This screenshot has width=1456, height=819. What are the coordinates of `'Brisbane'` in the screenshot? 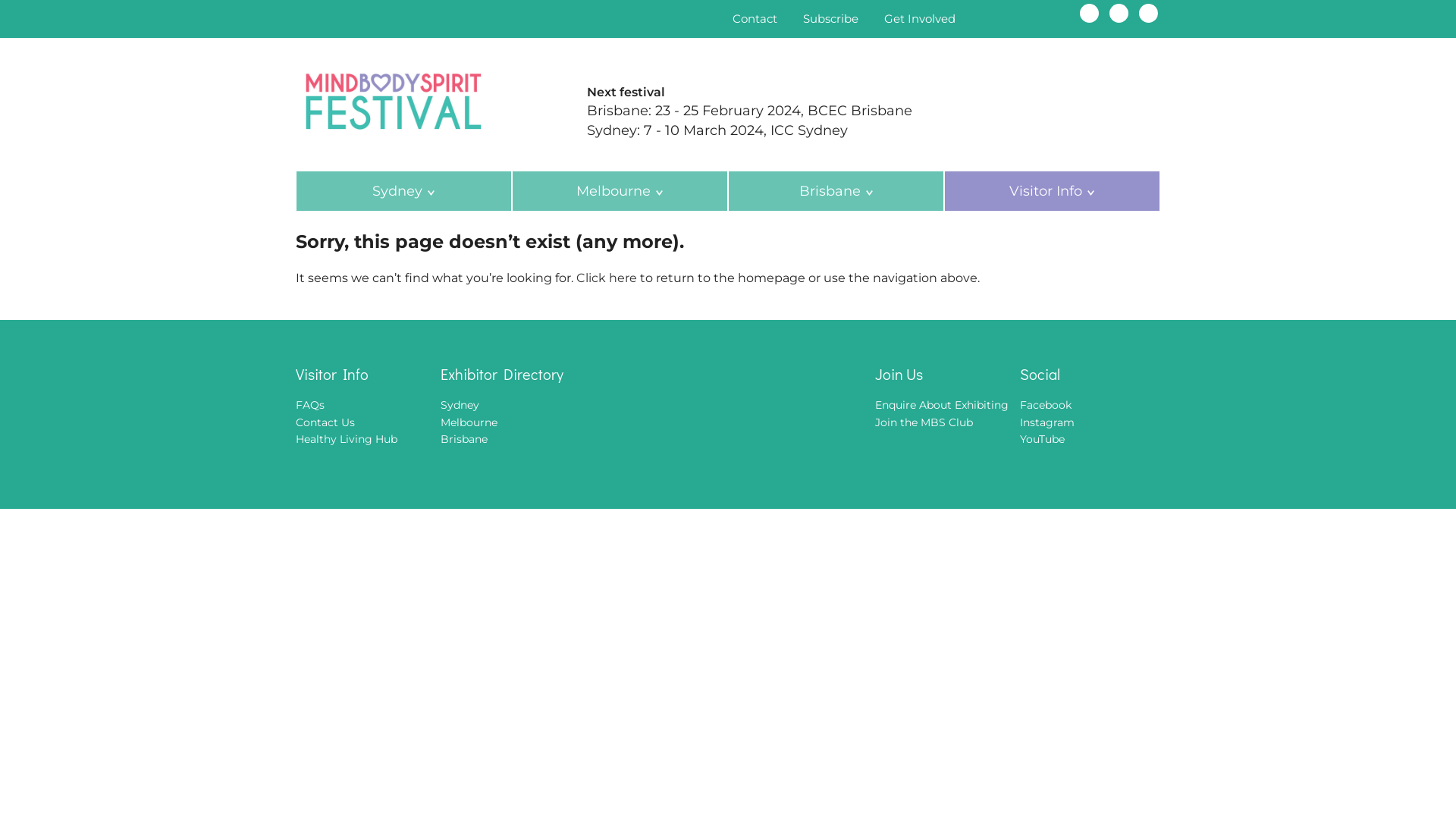 It's located at (835, 190).